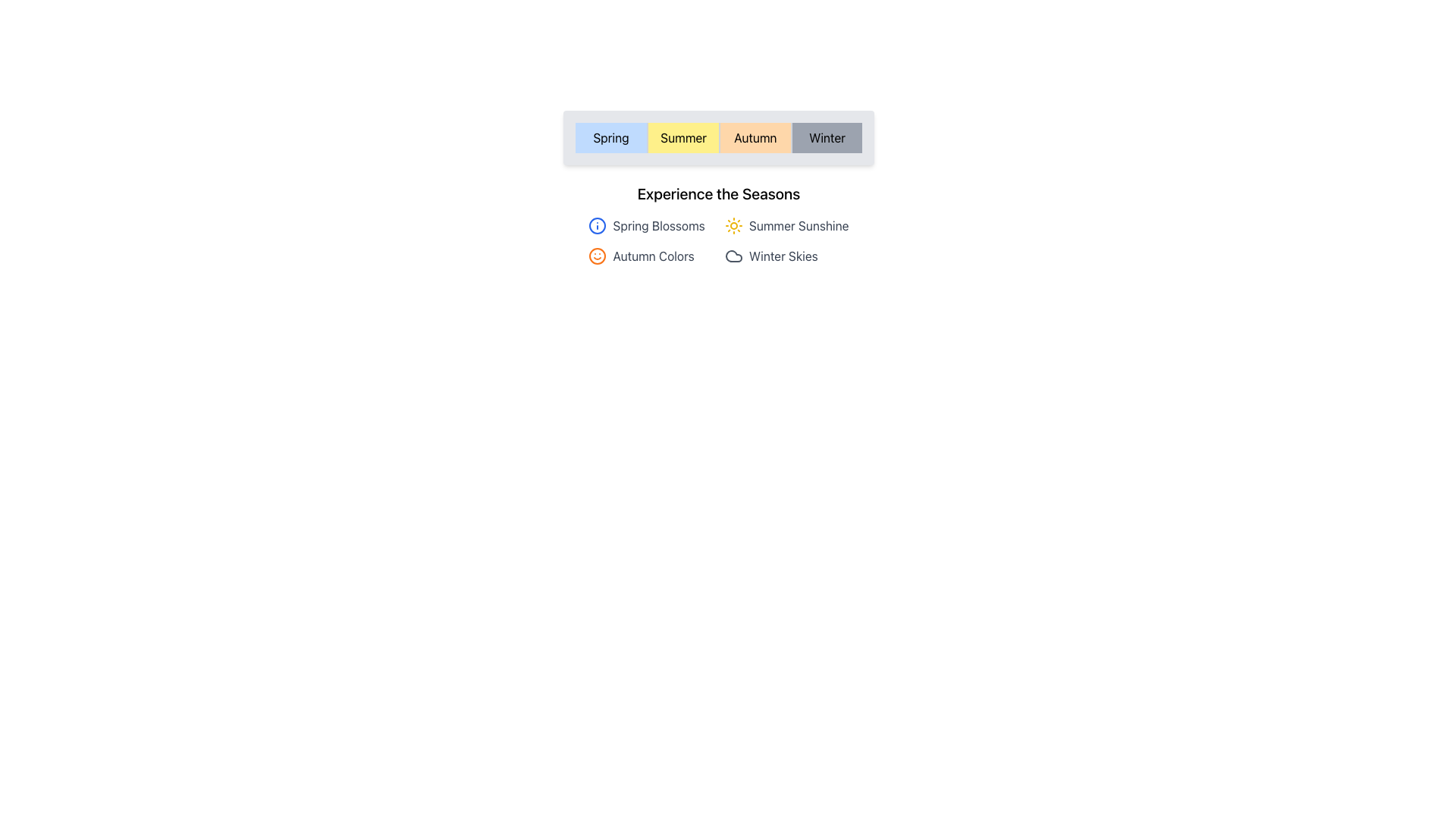 This screenshot has height=819, width=1456. Describe the element at coordinates (682, 137) in the screenshot. I see `the rectangular button with a yellow background and black text reading 'Summer'` at that location.